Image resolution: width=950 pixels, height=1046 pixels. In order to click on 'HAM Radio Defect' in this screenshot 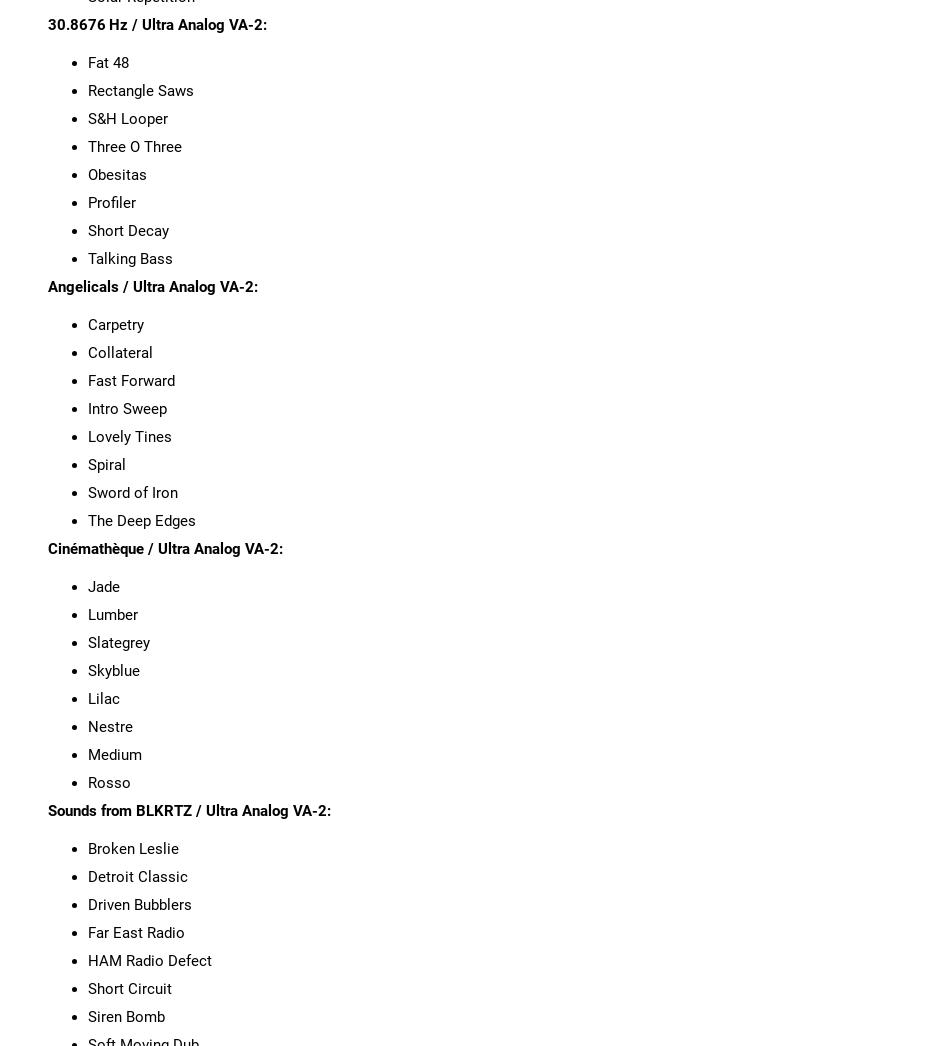, I will do `click(148, 959)`.